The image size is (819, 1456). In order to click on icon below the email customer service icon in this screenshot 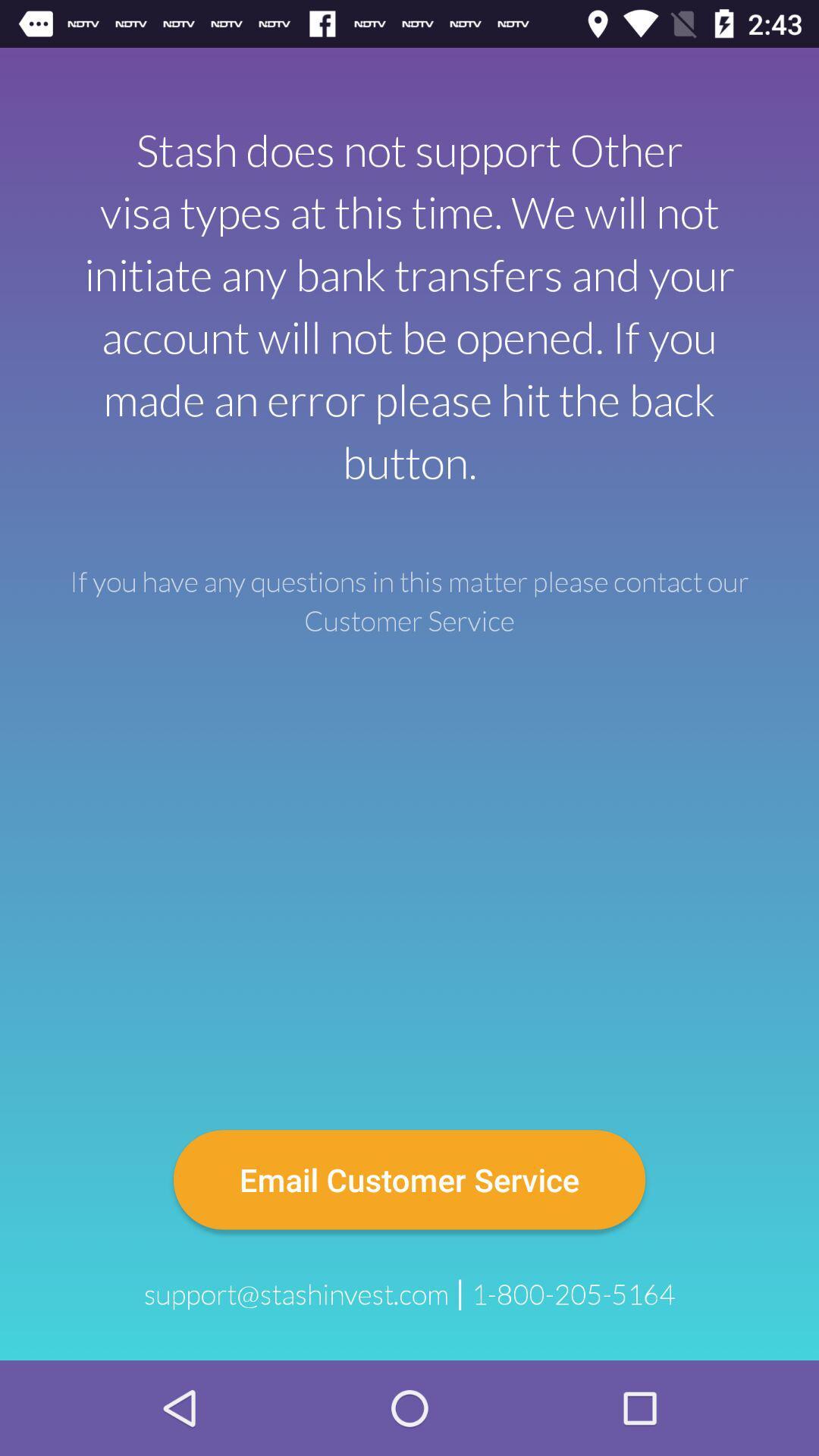, I will do `click(296, 1294)`.